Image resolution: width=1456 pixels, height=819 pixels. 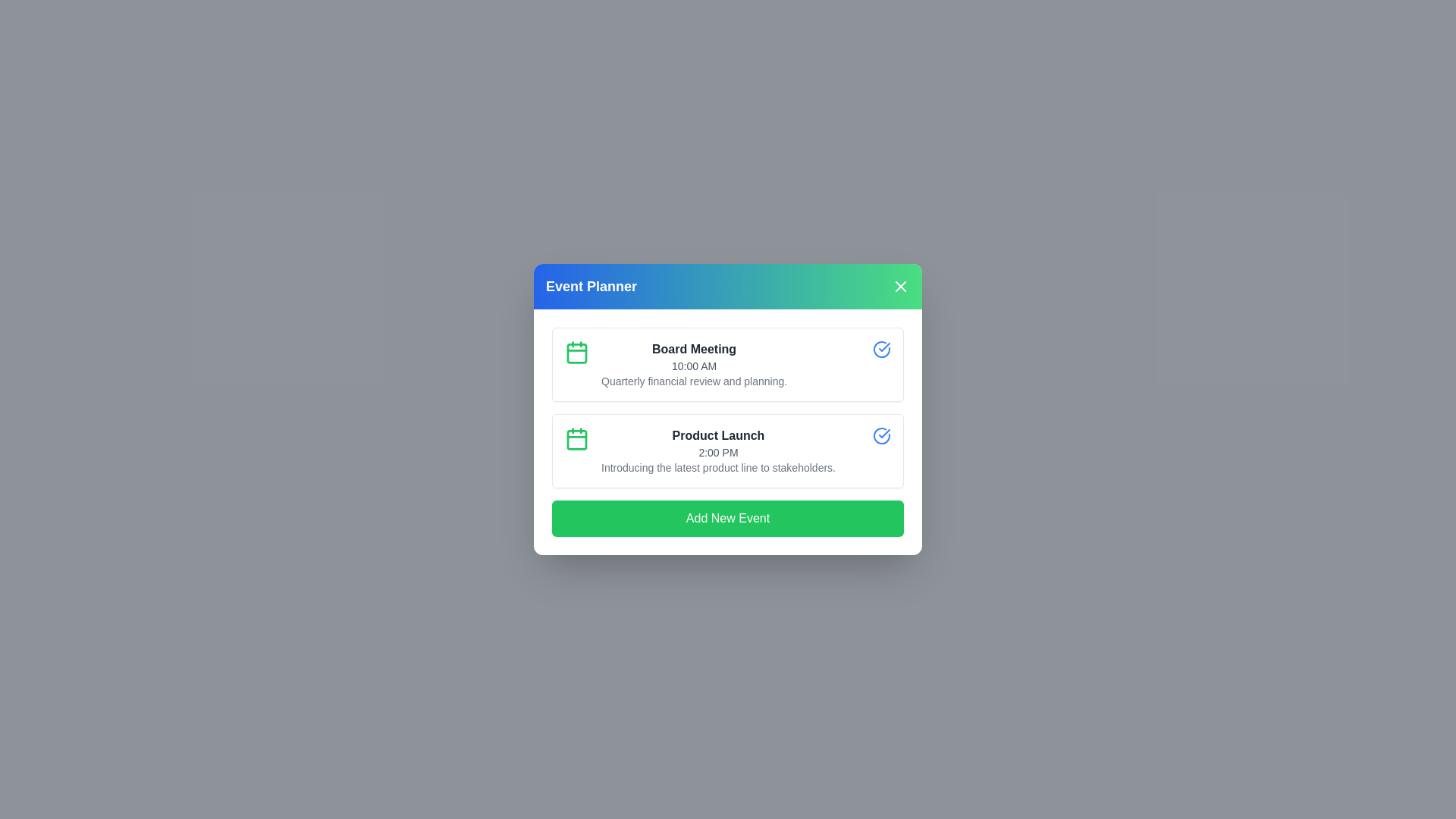 I want to click on the visual indicator representing the completed state for the 'Product Launch' event, located inside the circular icon towards the far-right of the entry row, so click(x=881, y=350).